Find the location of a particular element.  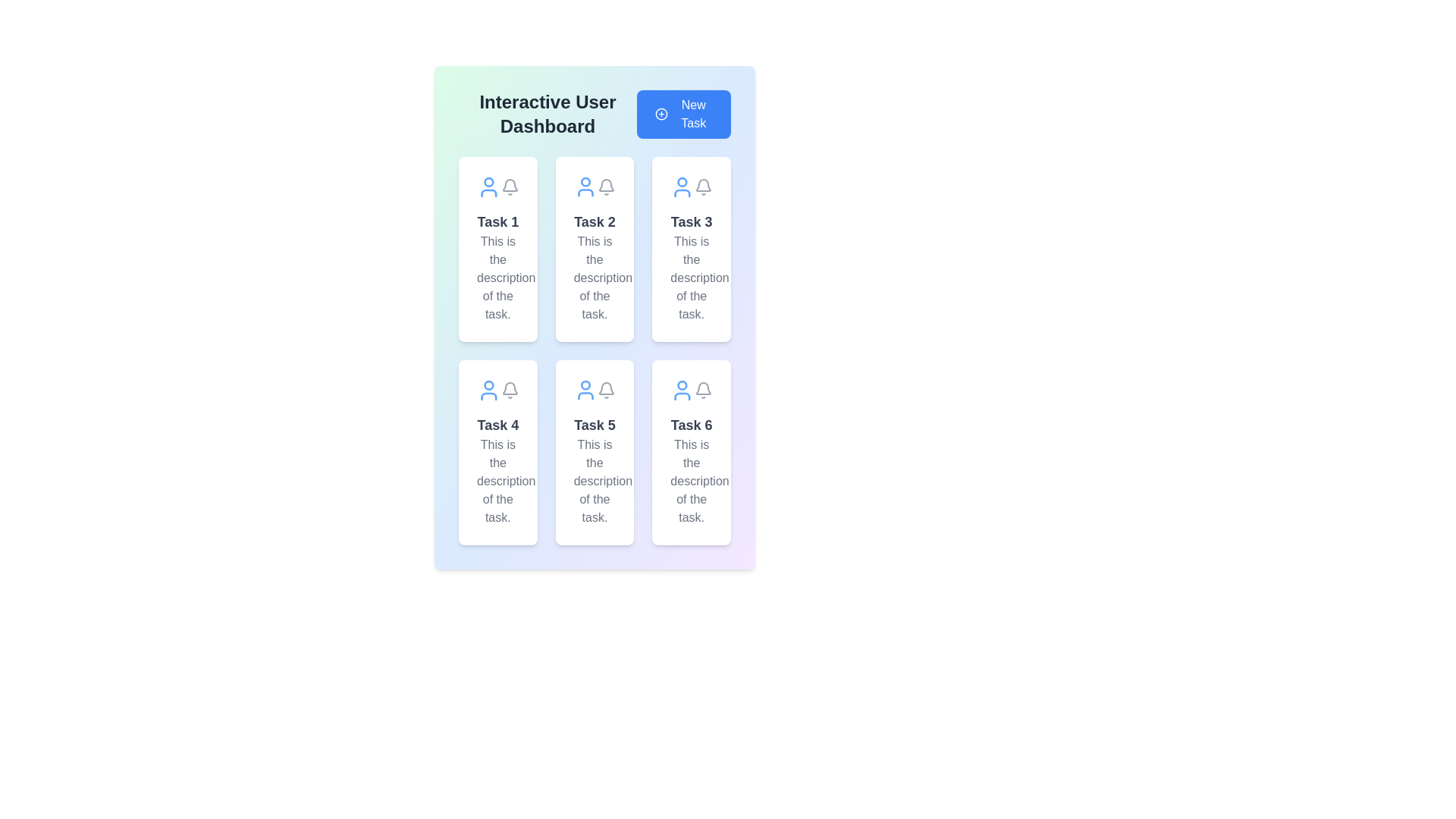

the button located to the right of the 'Interactive User Dashboard' text to initiate task creation is located at coordinates (683, 113).